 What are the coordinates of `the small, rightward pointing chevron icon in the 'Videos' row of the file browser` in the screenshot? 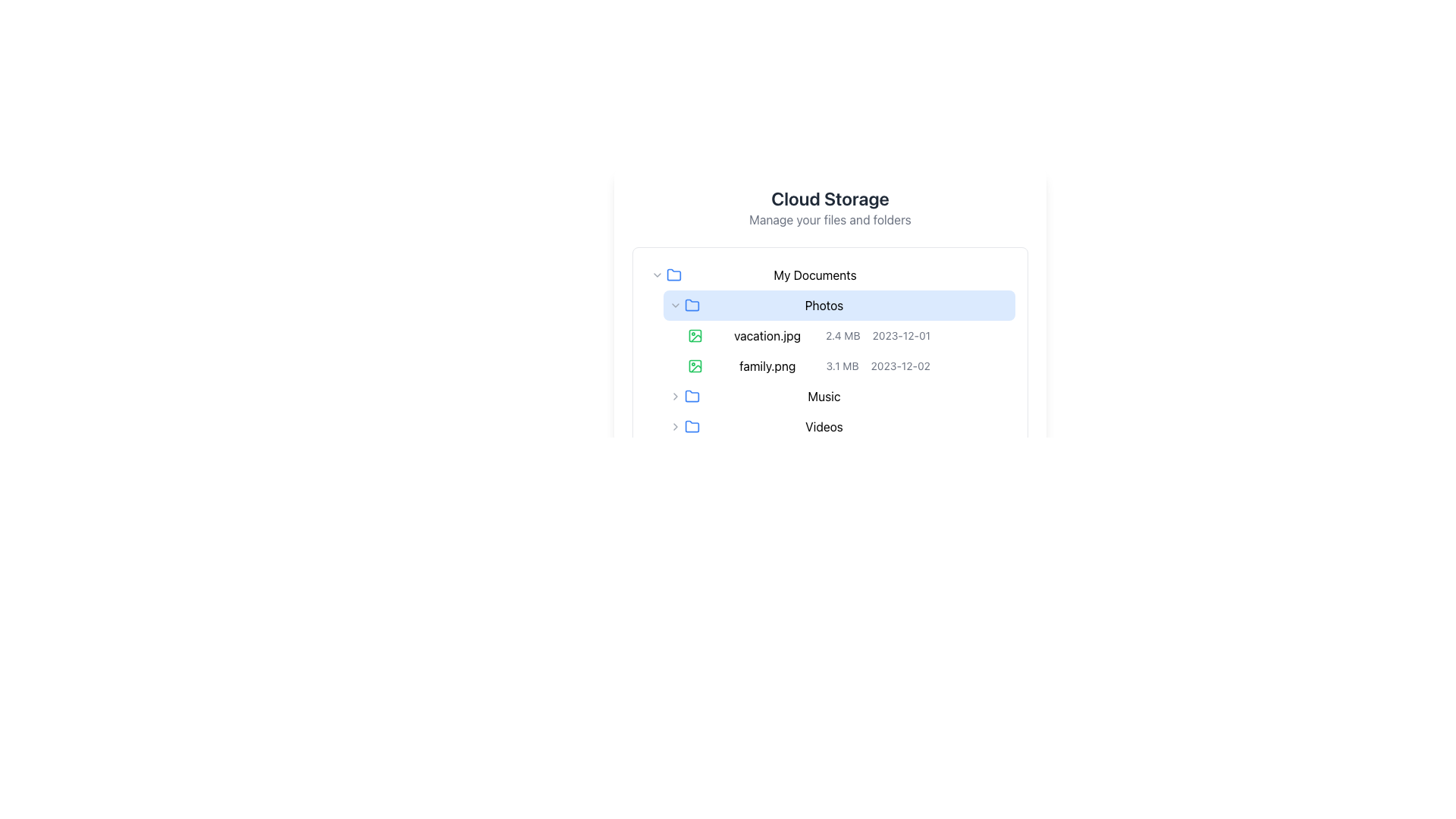 It's located at (675, 427).